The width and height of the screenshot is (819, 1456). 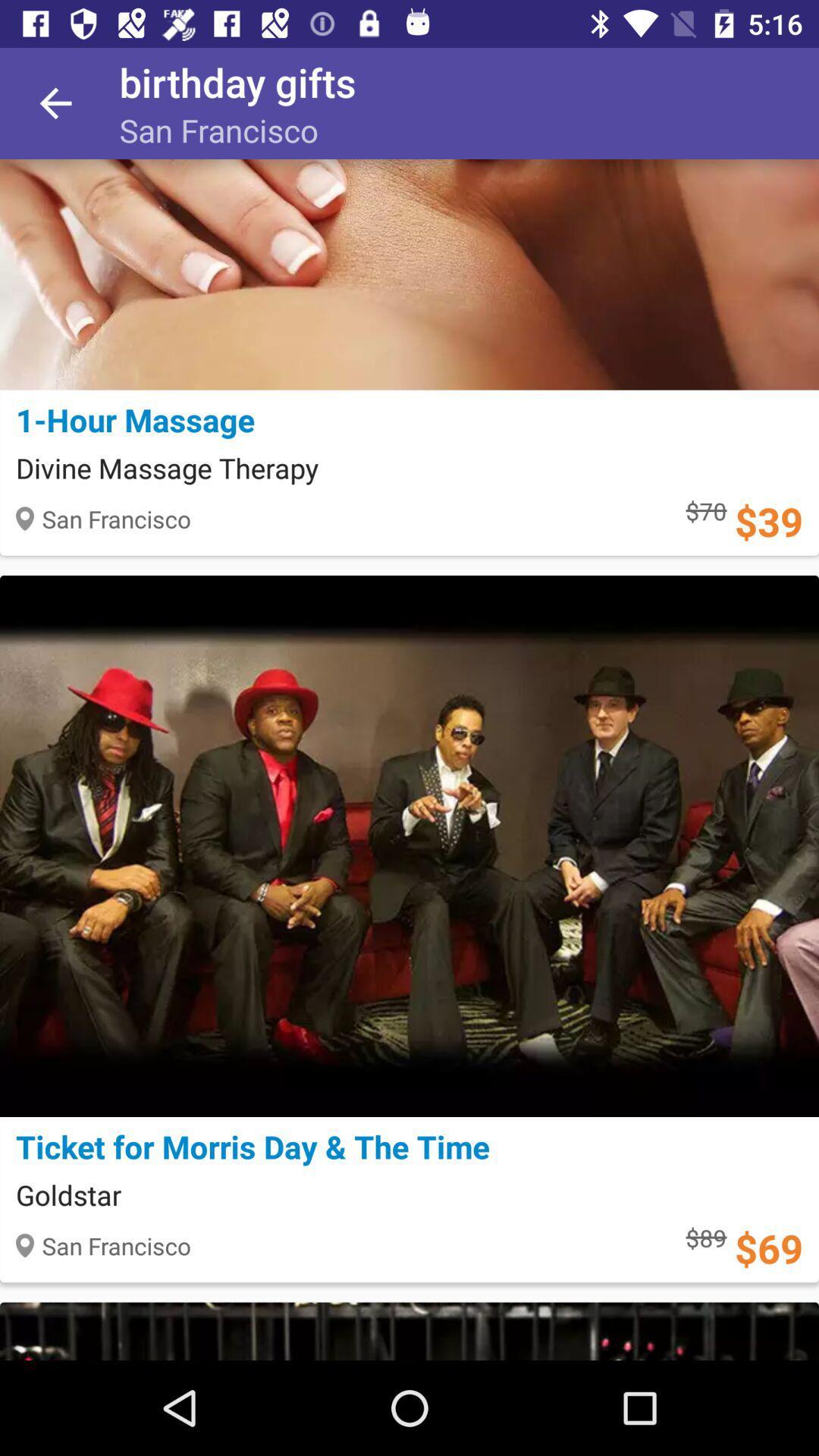 I want to click on app to the left of birthday gifts app, so click(x=55, y=102).